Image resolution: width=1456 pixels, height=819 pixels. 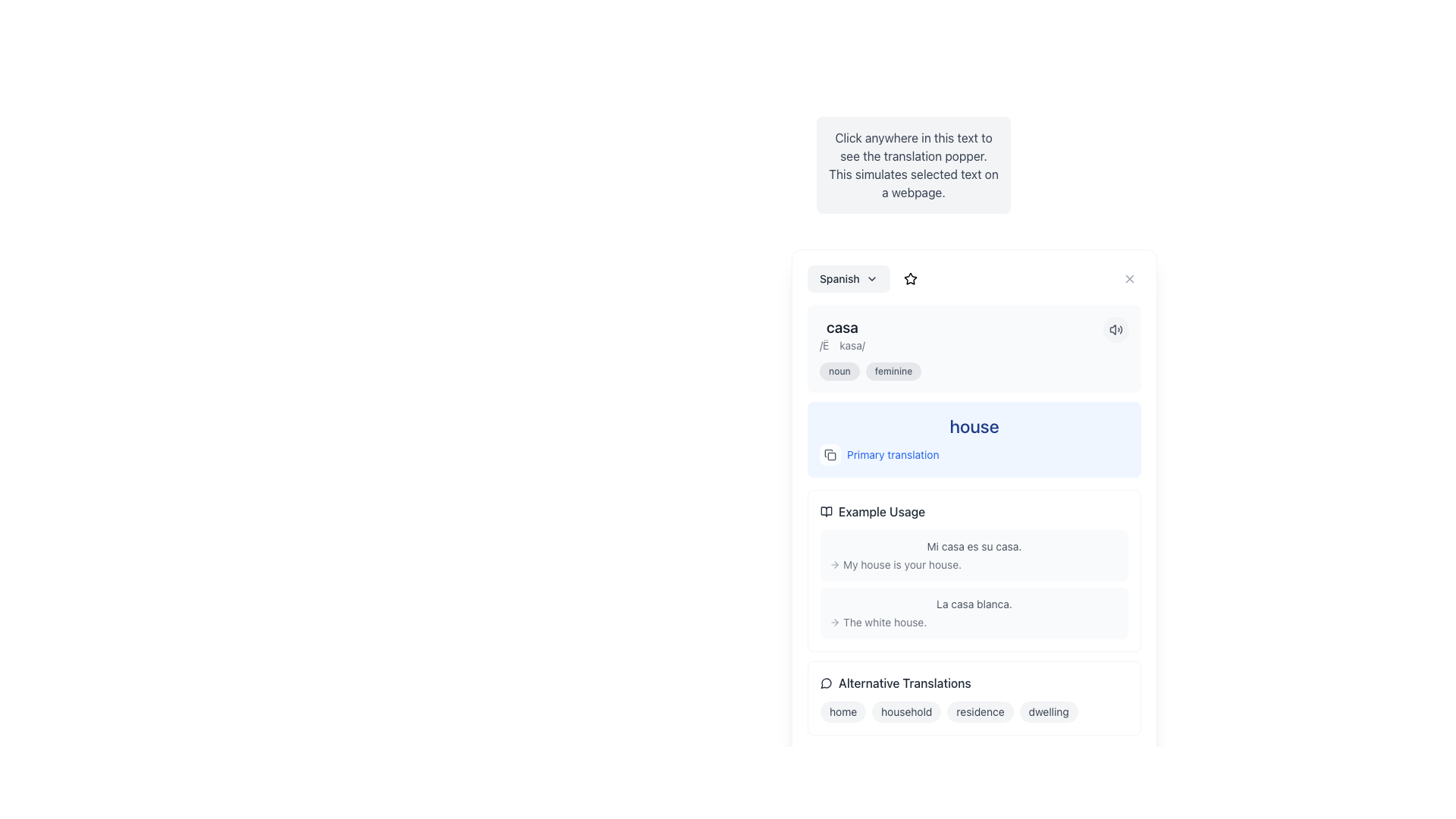 What do you see at coordinates (871, 278) in the screenshot?
I see `the downward-pointing chevron icon next to the 'Spanish' button` at bounding box center [871, 278].